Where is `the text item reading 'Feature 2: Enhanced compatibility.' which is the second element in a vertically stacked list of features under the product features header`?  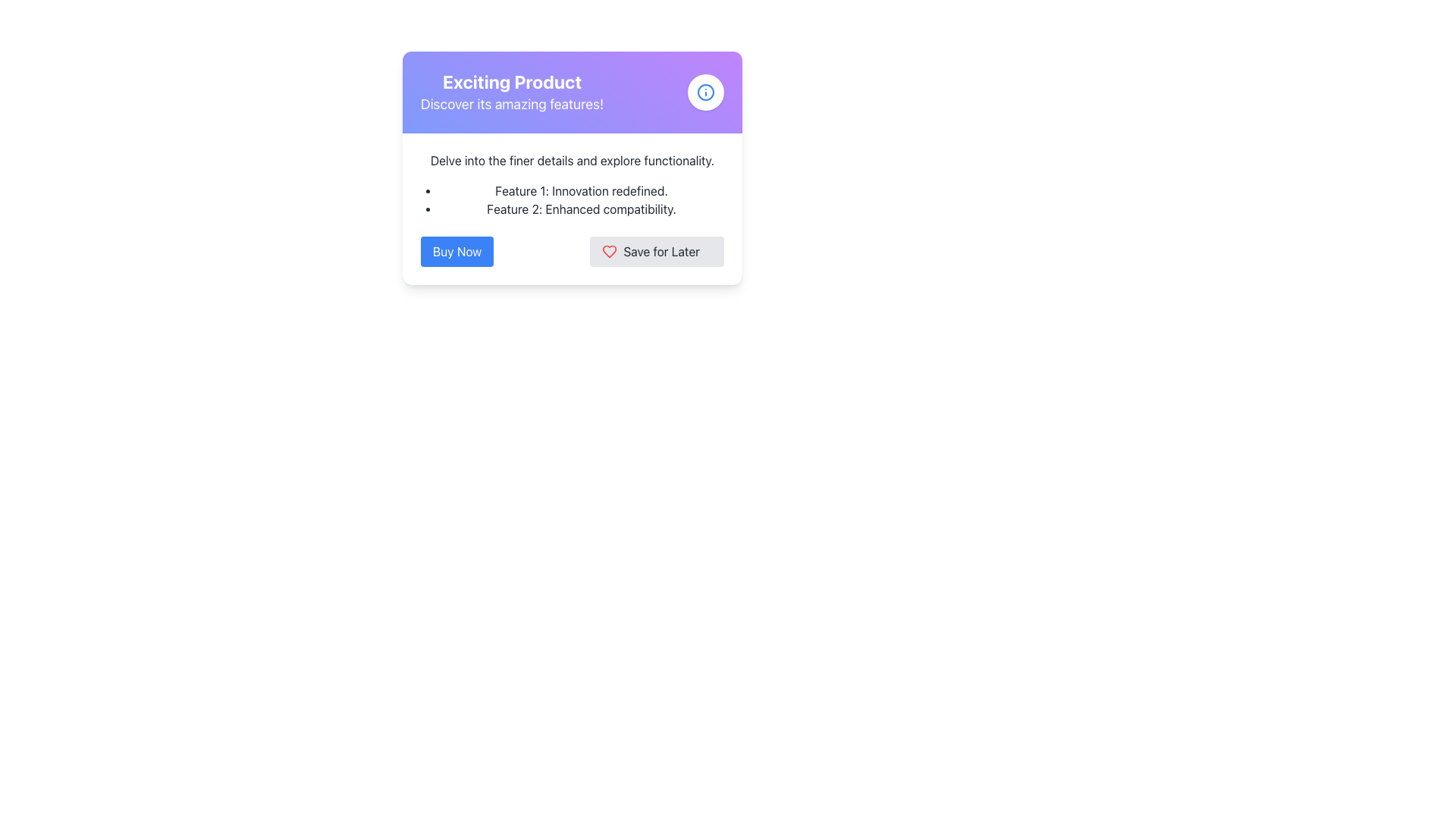
the text item reading 'Feature 2: Enhanced compatibility.' which is the second element in a vertically stacked list of features under the product features header is located at coordinates (581, 209).